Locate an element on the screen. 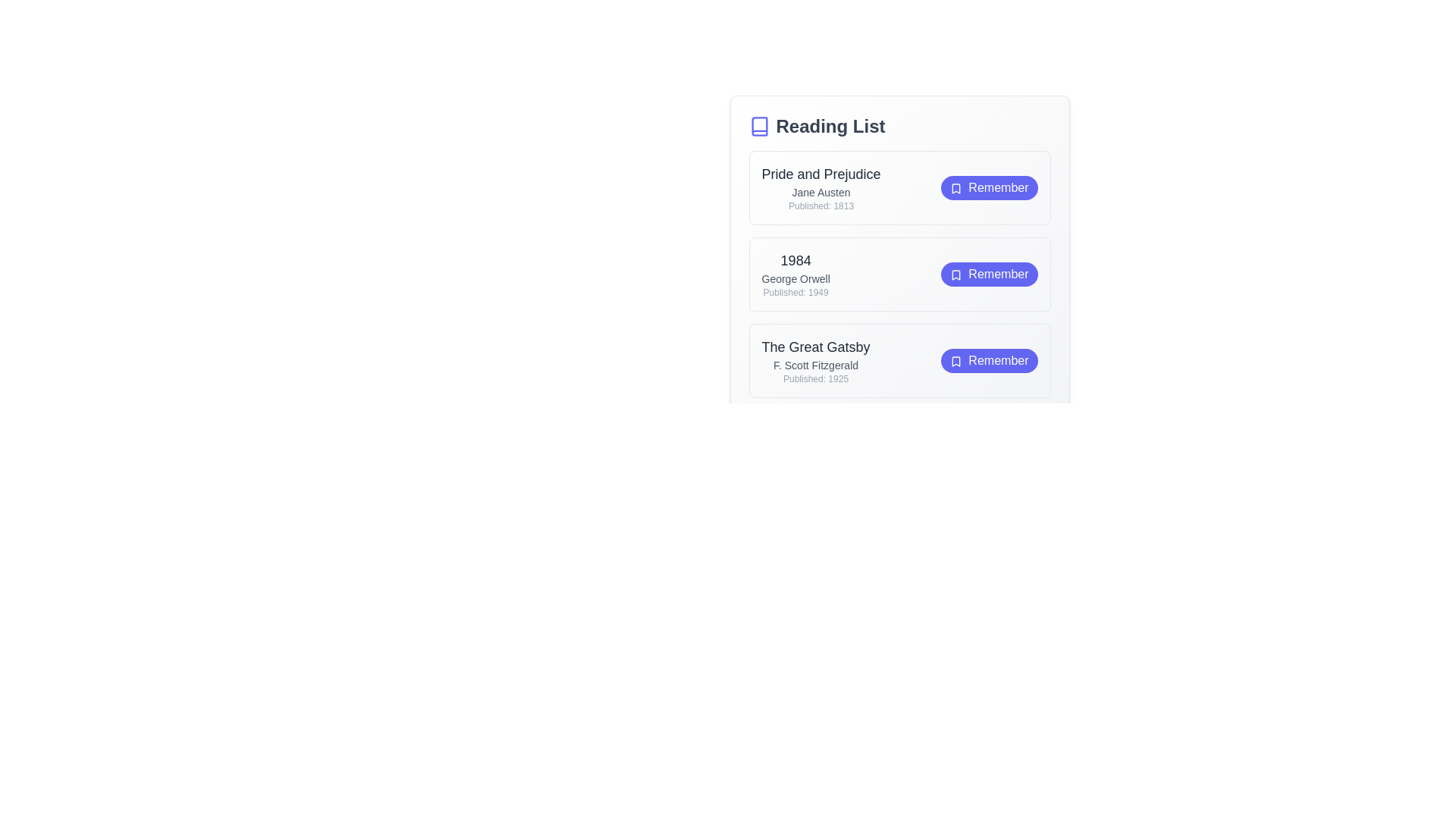 The width and height of the screenshot is (1456, 819). the 'Remember' button for the book titled 'Pride and Prejudice' is located at coordinates (989, 187).